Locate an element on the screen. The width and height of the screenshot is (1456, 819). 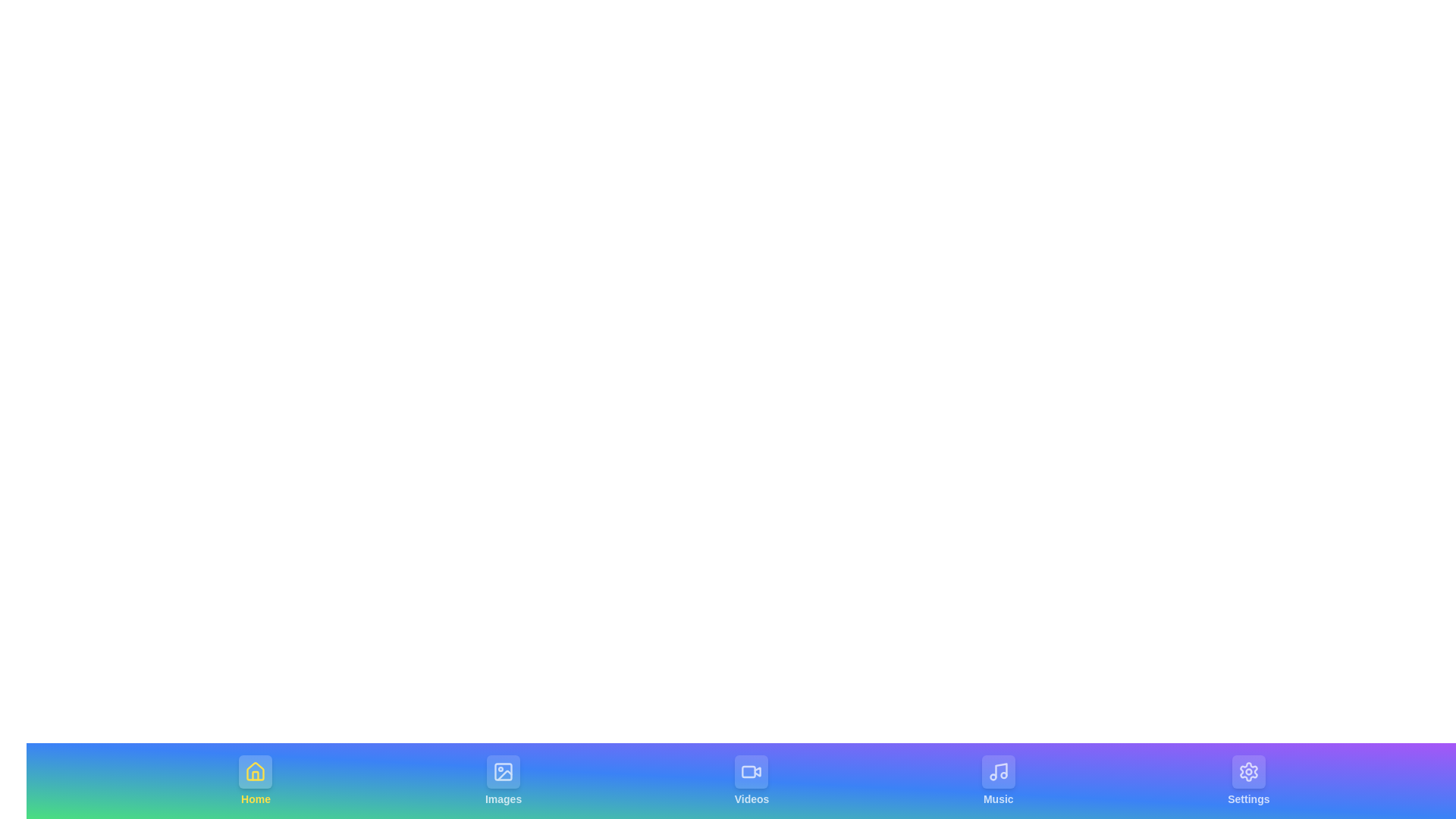
the tab labeled Music by clicking on its center is located at coordinates (997, 780).